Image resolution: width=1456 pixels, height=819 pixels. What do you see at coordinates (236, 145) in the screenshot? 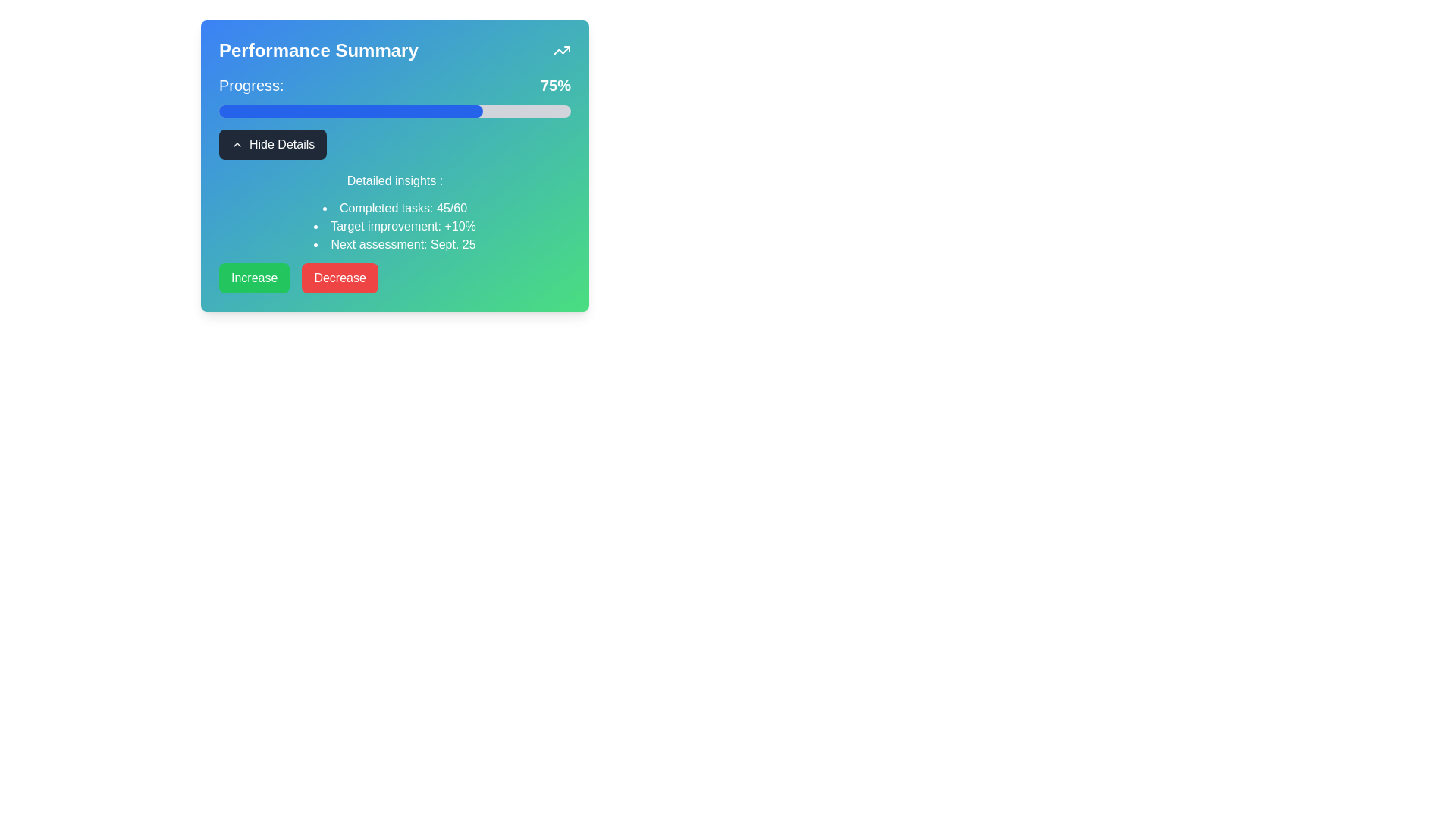
I see `the downward-pointing chevron icon within the 'Hide Details' button` at bounding box center [236, 145].